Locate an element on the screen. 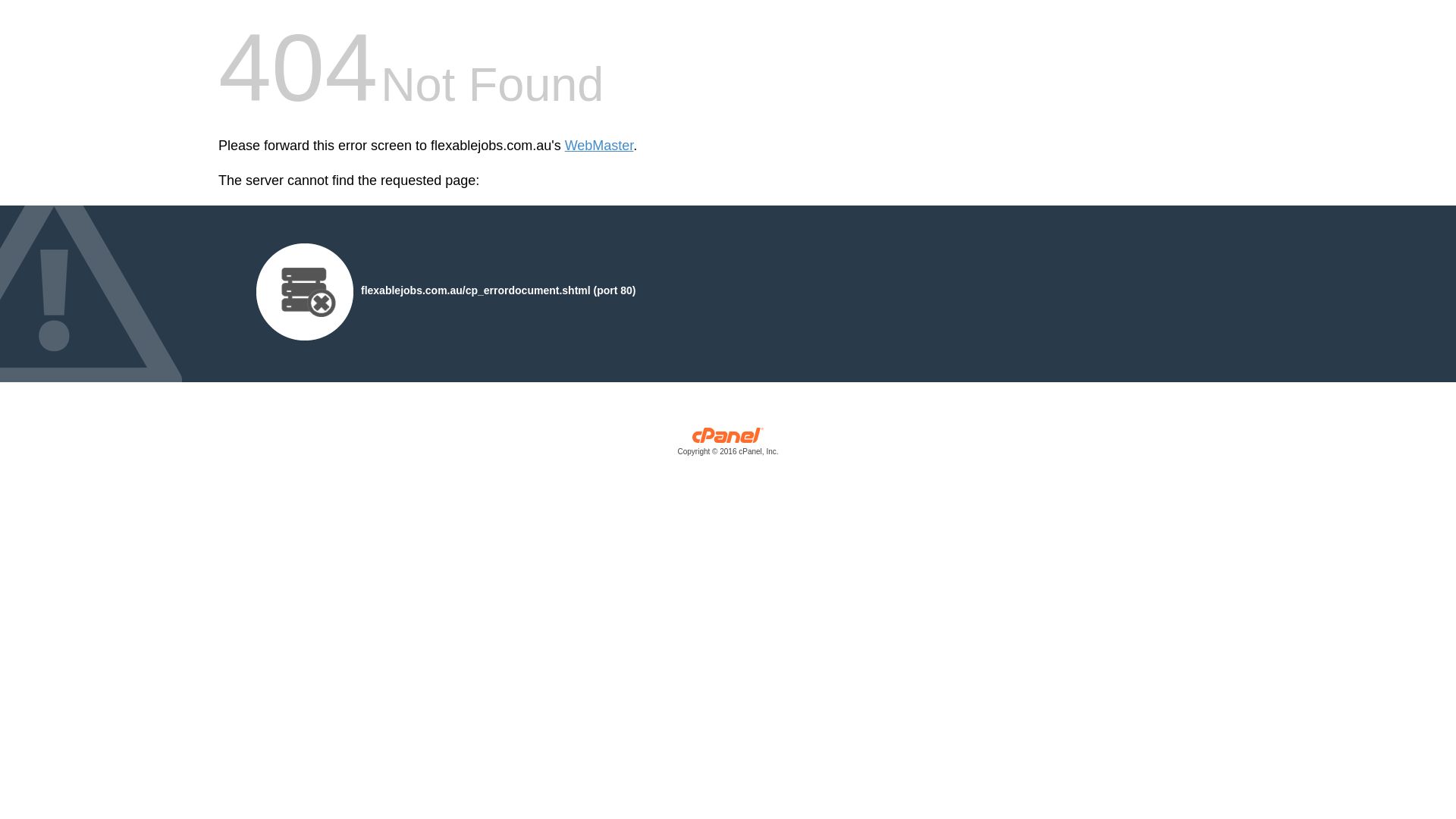 Image resolution: width=1456 pixels, height=819 pixels. 'WebMaster' is located at coordinates (598, 146).